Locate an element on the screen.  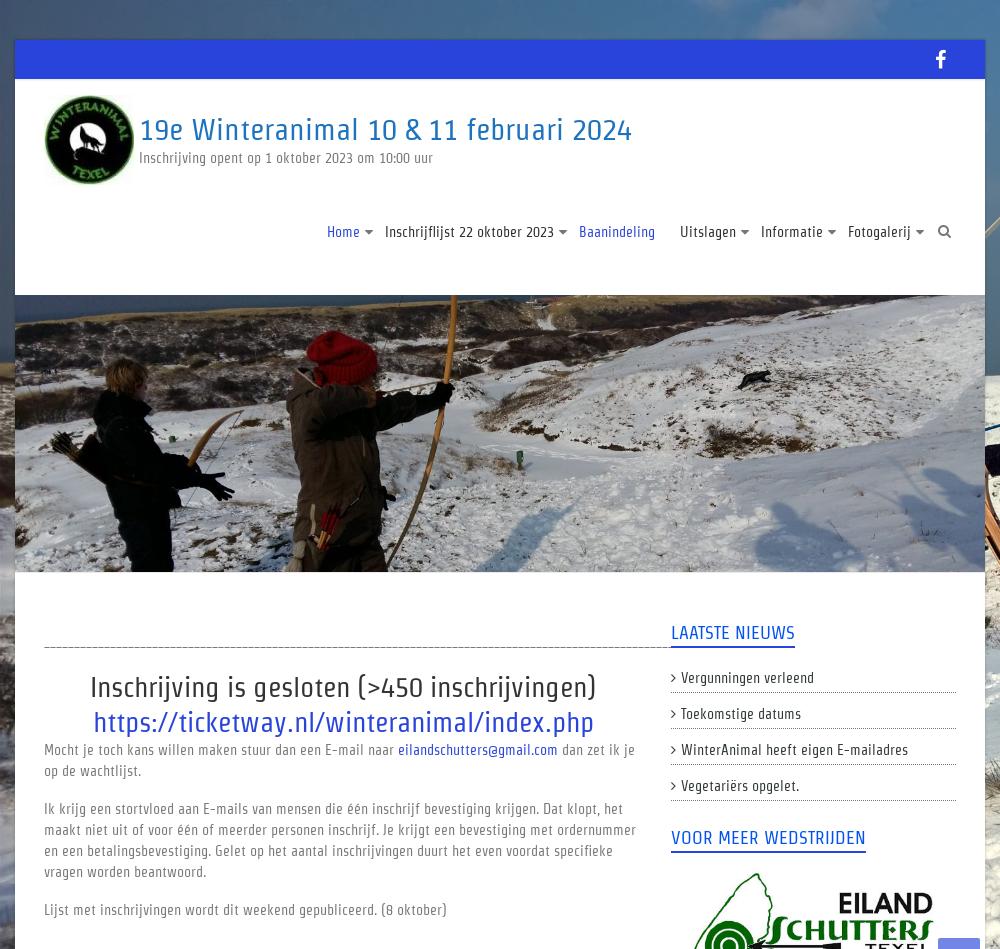
'19e Winteranimal  10 & 11 februari 2024' is located at coordinates (385, 129).